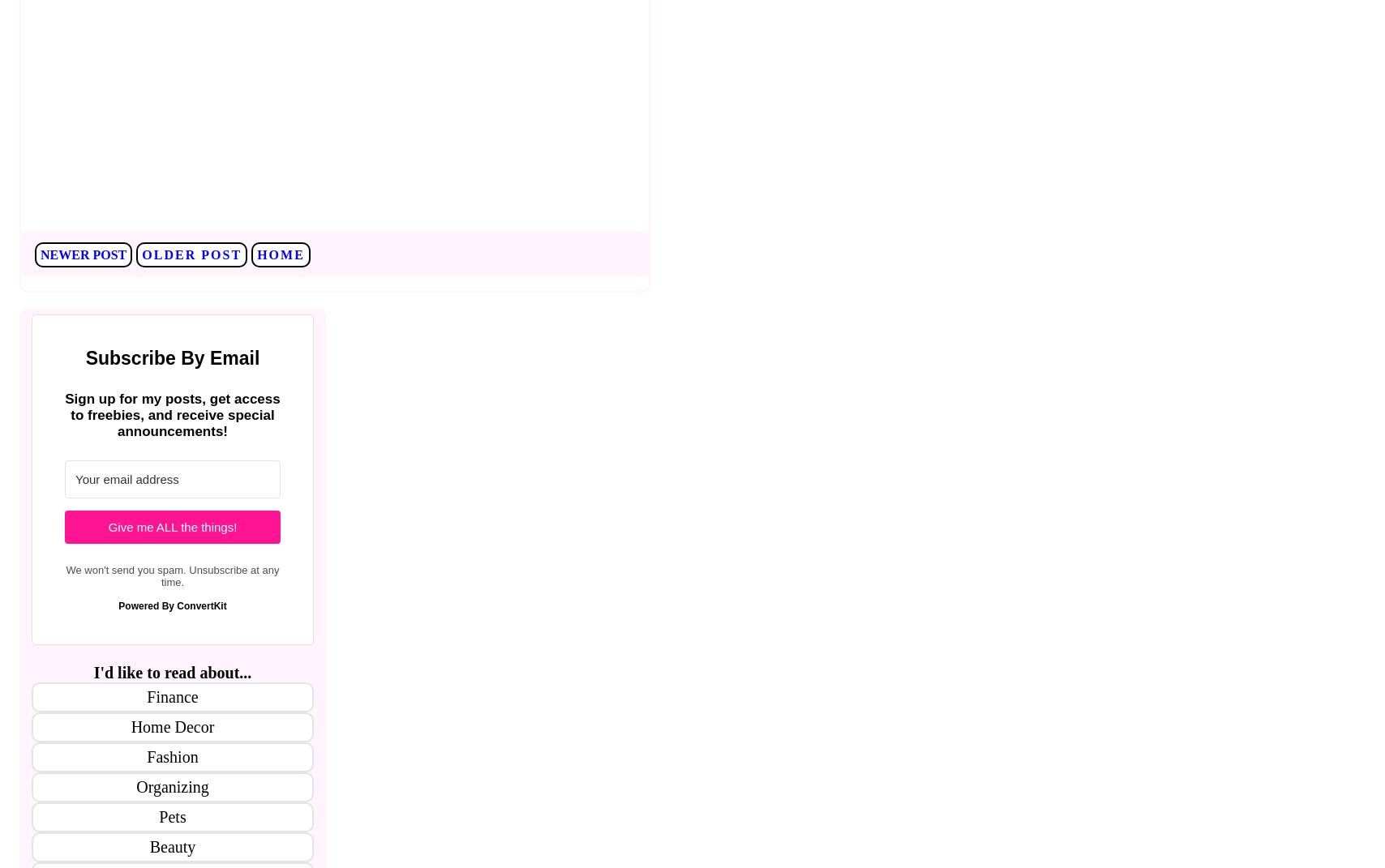 The width and height of the screenshot is (1385, 868). I want to click on 'Powered By ConvertKit', so click(172, 605).